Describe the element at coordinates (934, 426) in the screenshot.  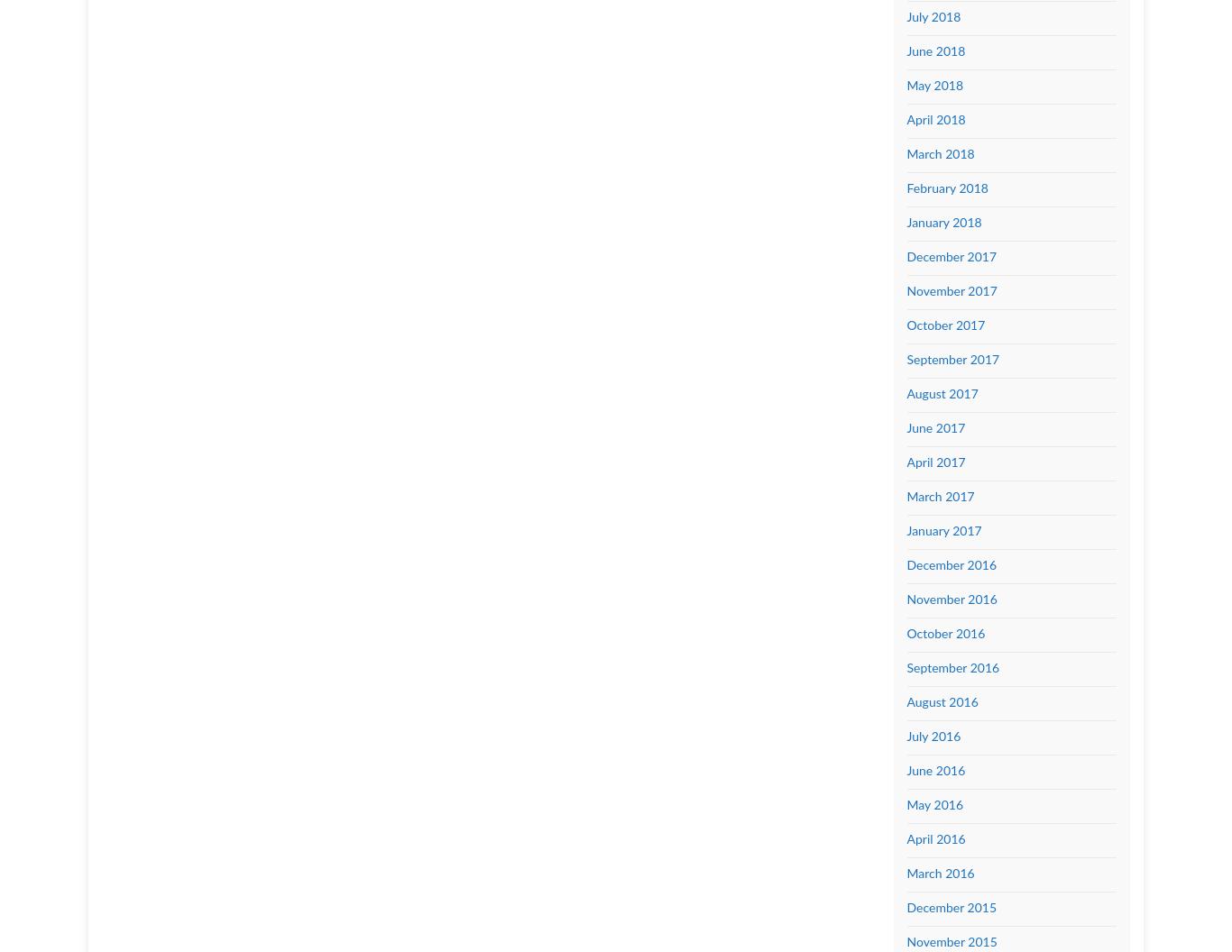
I see `'June 2017'` at that location.